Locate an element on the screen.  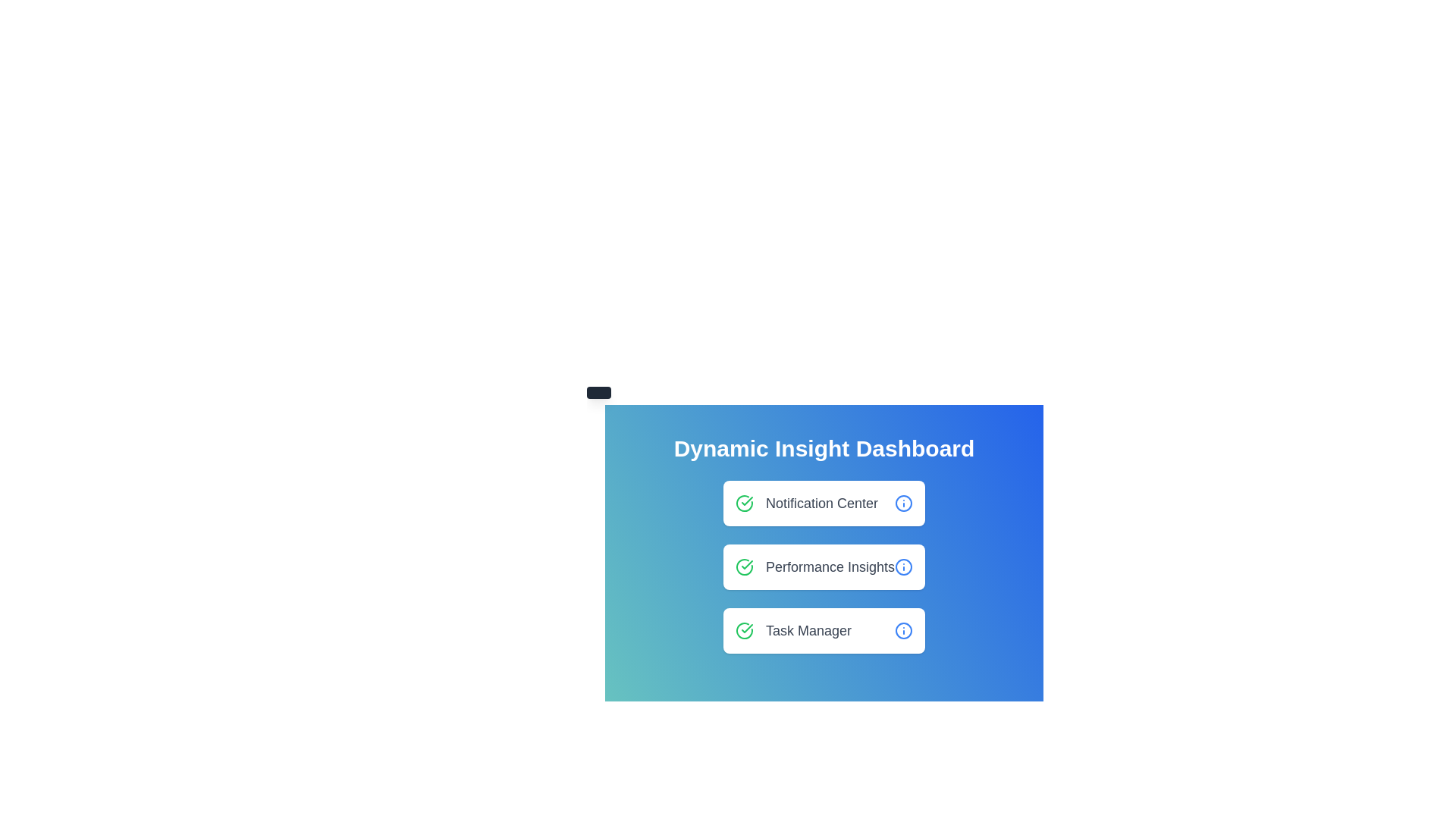
the 'Performance Insights' card in the Dynamic Insight Dashboard is located at coordinates (823, 567).